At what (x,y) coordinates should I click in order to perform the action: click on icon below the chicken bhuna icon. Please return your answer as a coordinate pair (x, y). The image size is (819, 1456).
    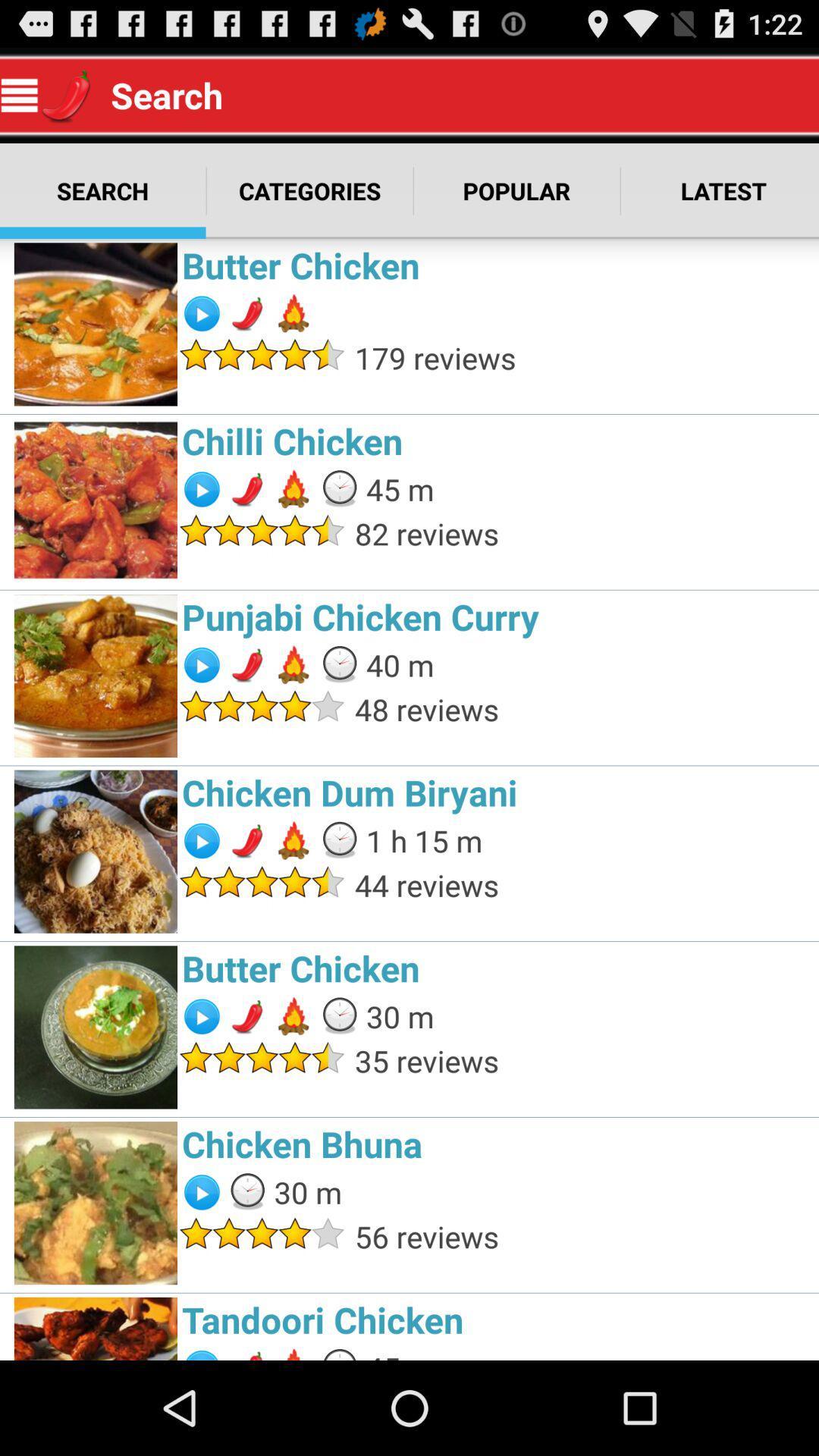
    Looking at the image, I should click on (582, 1236).